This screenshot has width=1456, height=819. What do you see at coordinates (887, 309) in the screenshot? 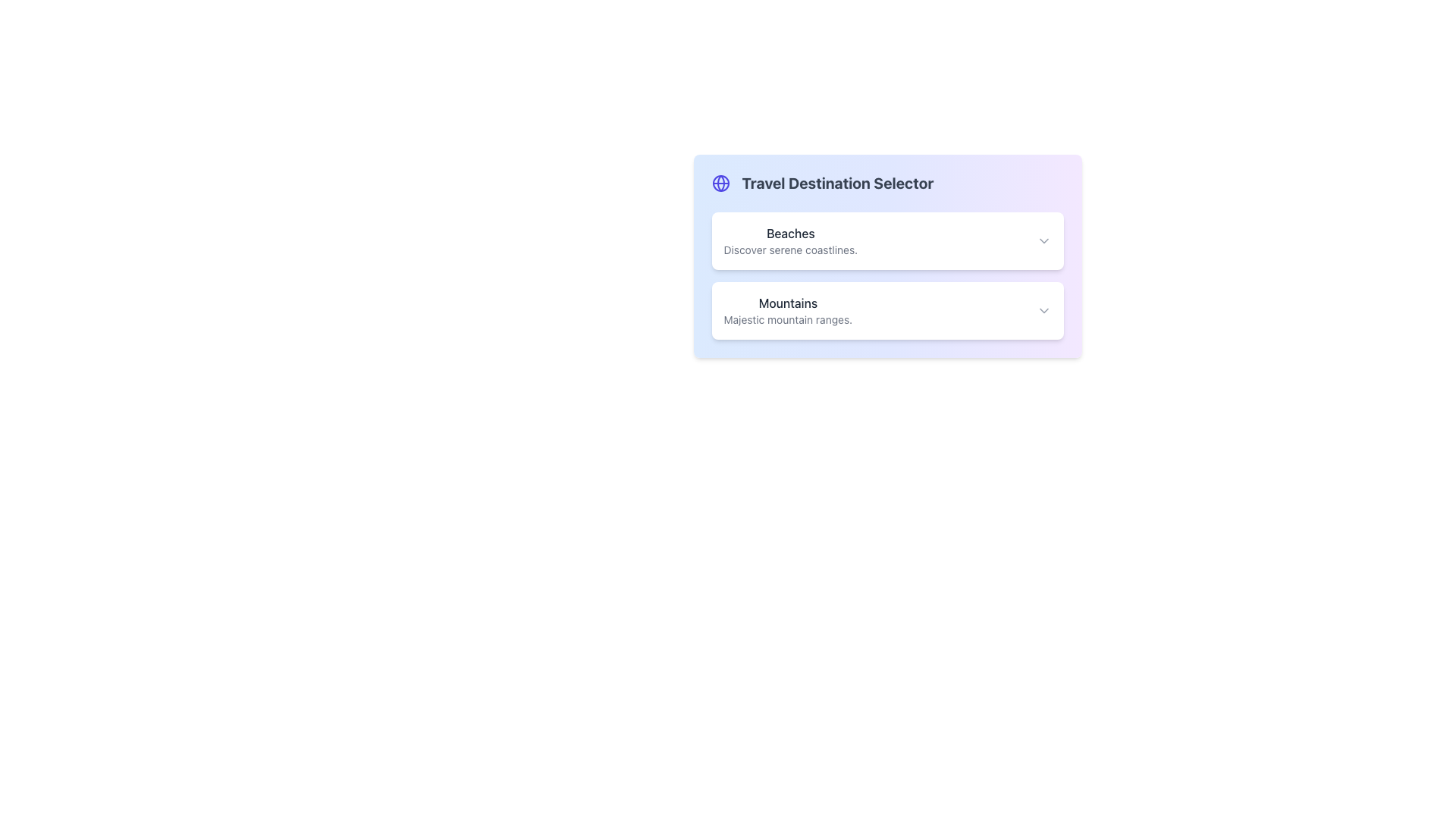
I see `the selectable card for 'Mountains' in the 'Travel Destination Selector'` at bounding box center [887, 309].